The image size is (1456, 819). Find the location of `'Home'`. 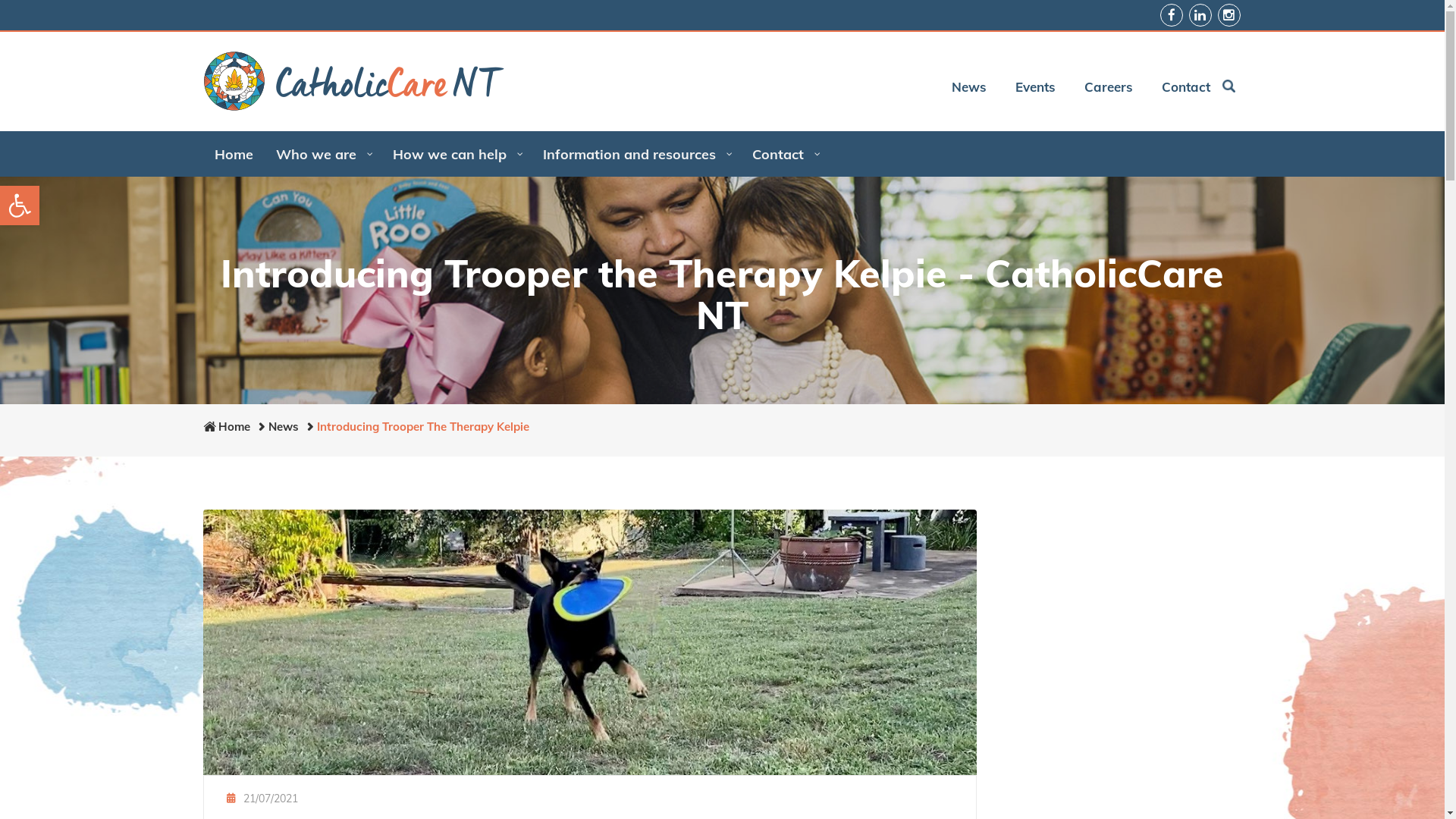

'Home' is located at coordinates (233, 154).